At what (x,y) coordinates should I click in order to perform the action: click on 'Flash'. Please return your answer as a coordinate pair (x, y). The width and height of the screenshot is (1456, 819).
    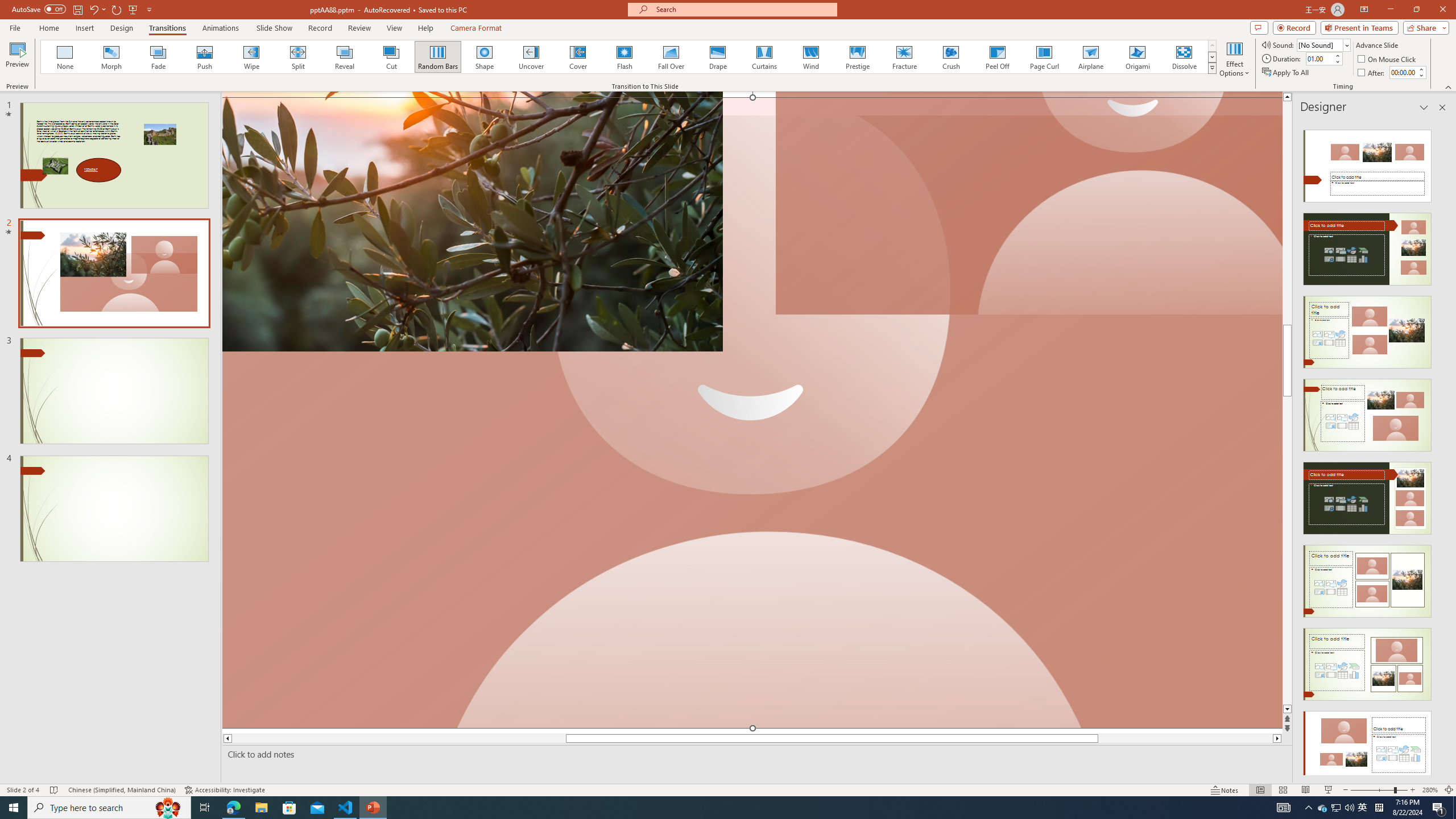
    Looking at the image, I should click on (624, 56).